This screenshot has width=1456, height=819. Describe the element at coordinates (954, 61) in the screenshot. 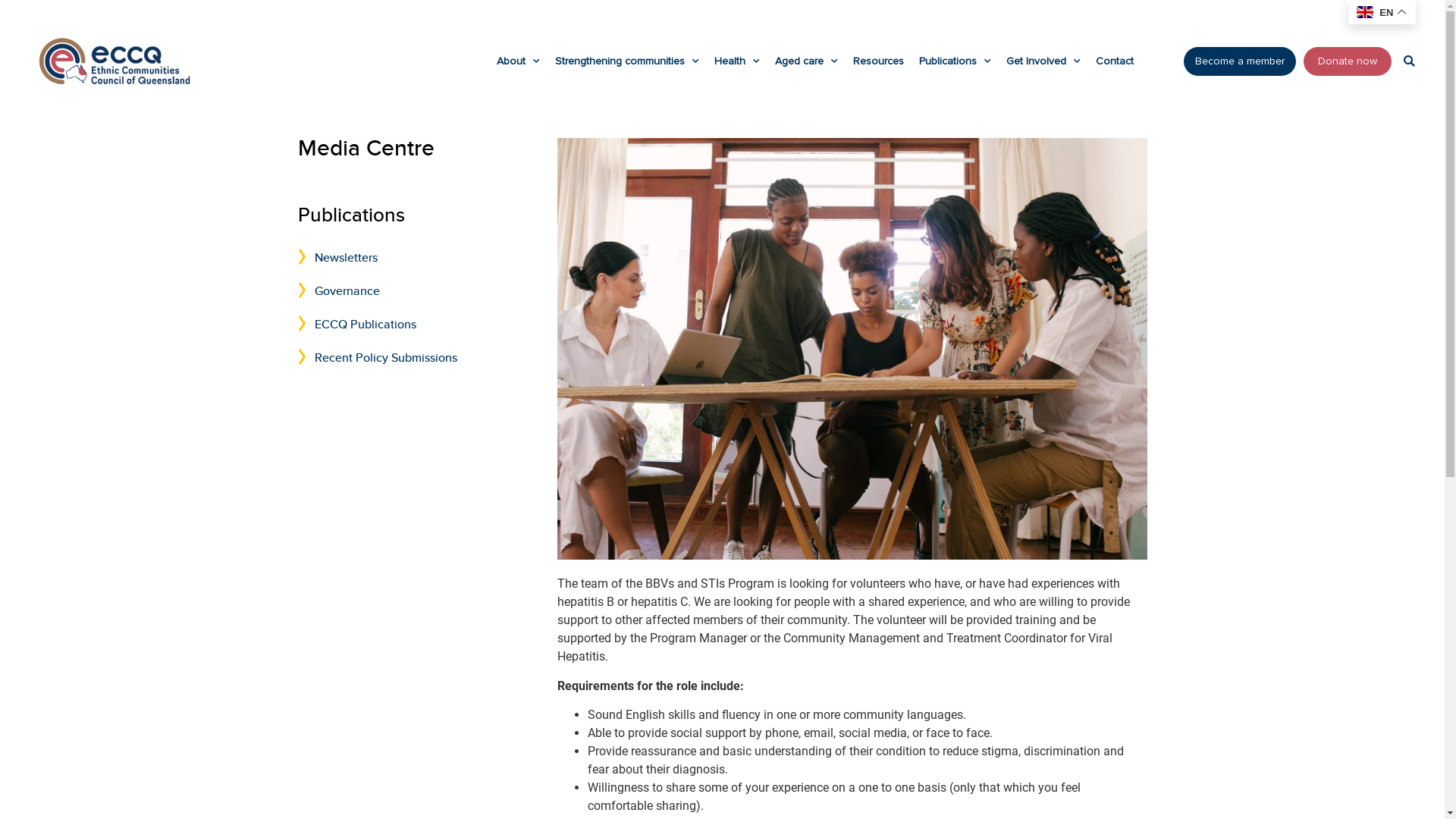

I see `'Publications'` at that location.